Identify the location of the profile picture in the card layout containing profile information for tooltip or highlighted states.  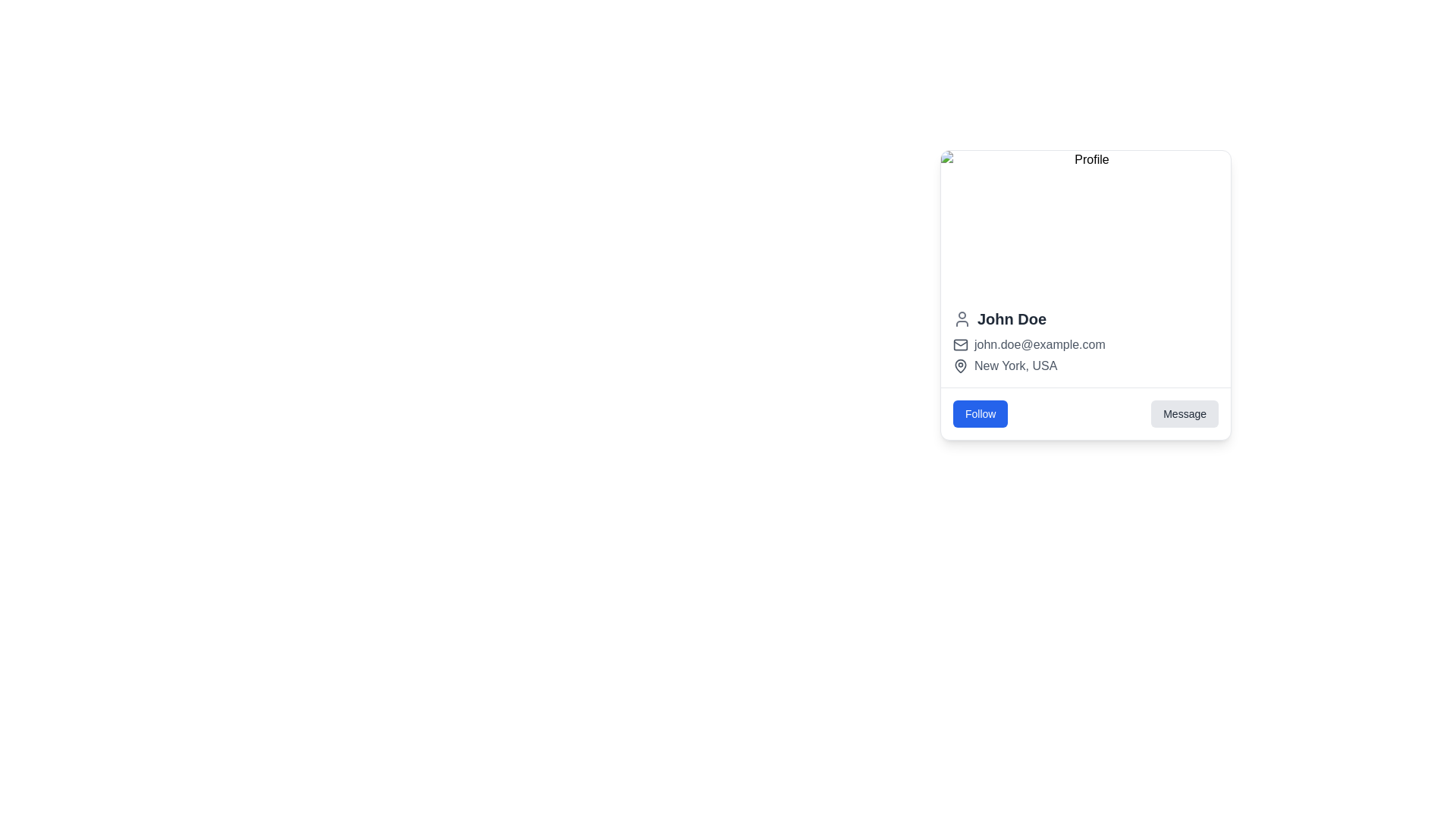
(1084, 295).